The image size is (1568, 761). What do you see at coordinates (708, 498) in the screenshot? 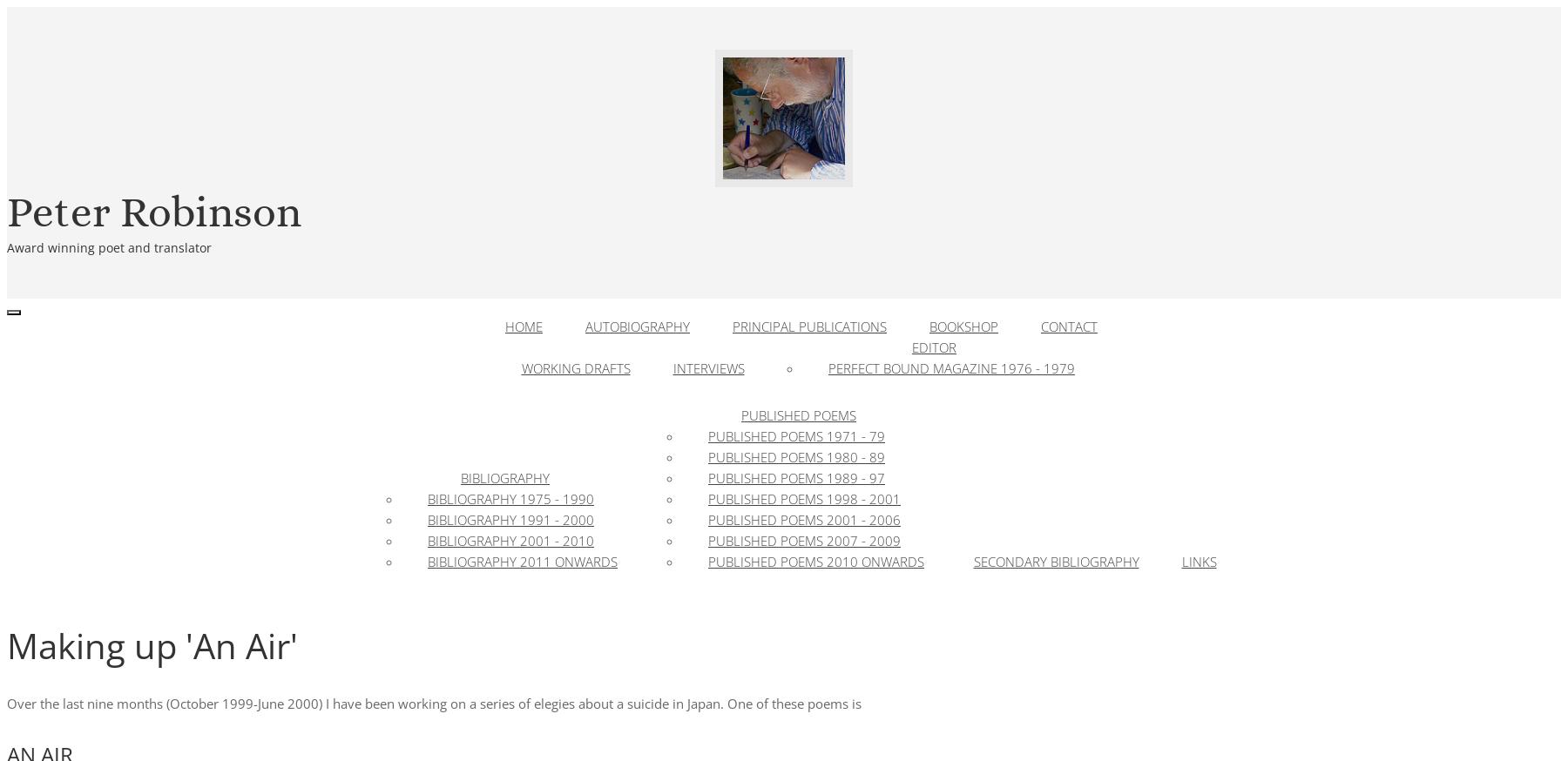
I see `'Published Poems 1998 - 2001'` at bounding box center [708, 498].